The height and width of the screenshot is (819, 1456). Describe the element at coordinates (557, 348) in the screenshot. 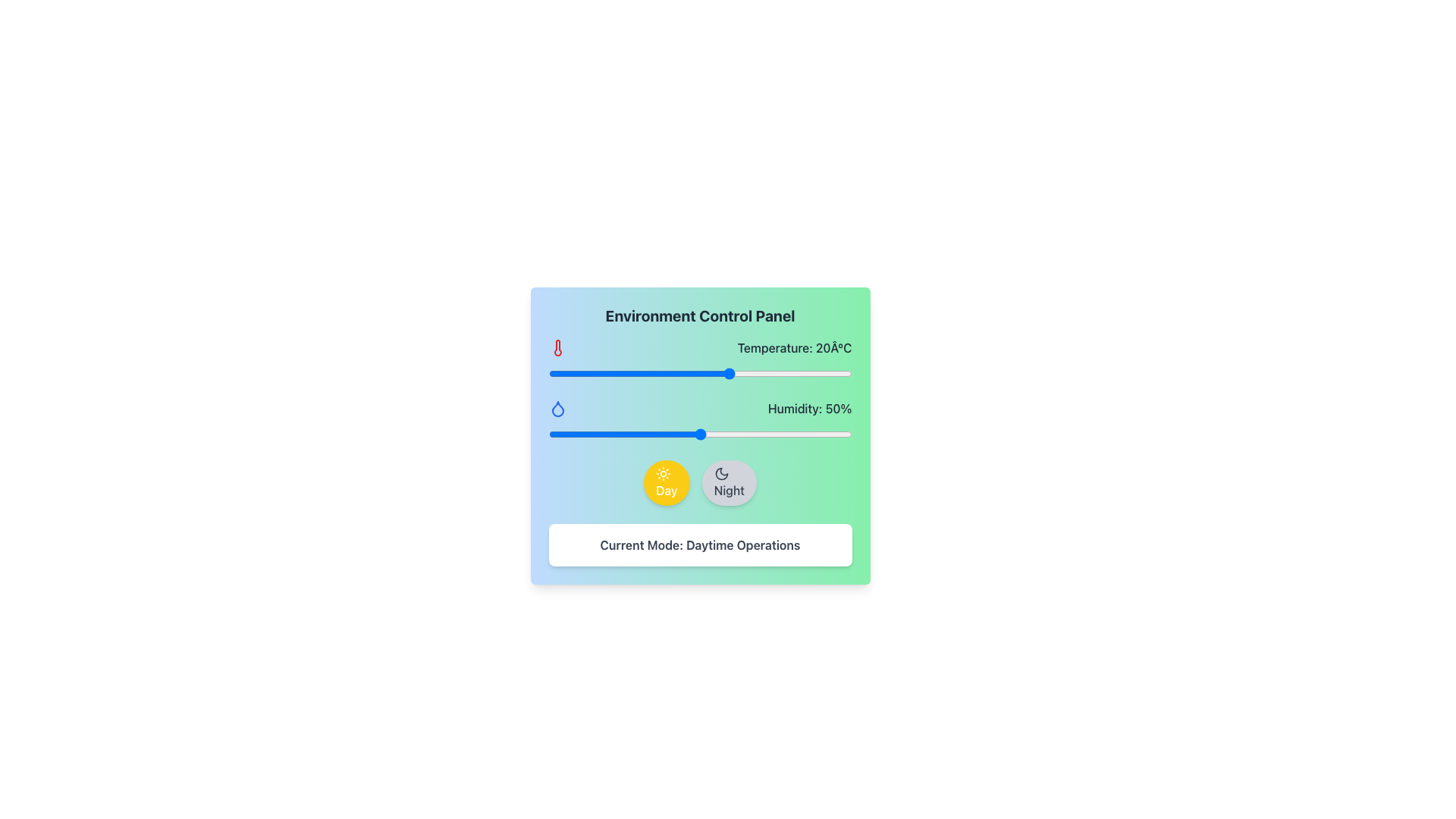

I see `the thermometer icon located on the left side of the 'Temperature' section, which visually indicates the temperature parameter` at that location.